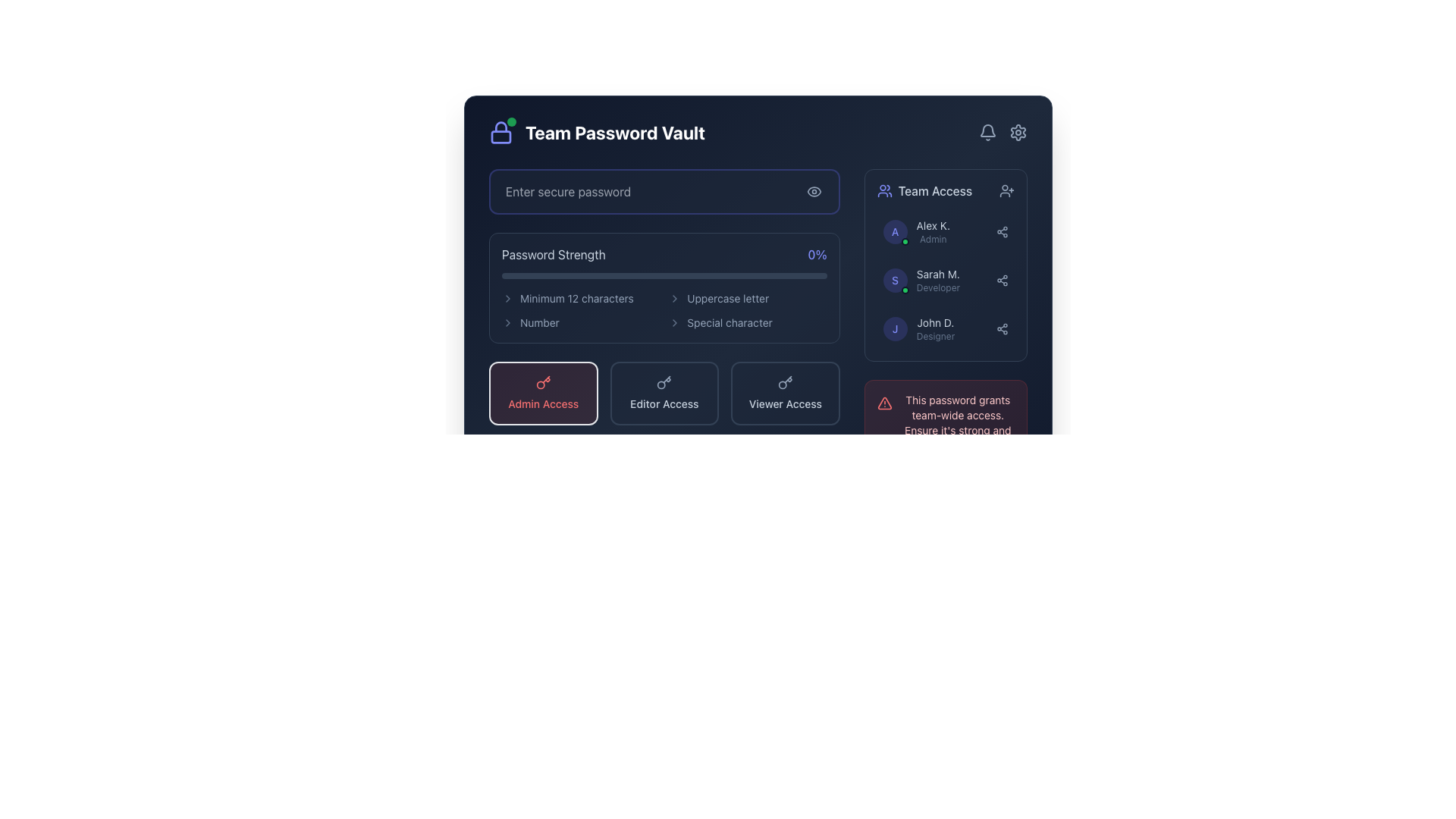 This screenshot has width=1456, height=819. What do you see at coordinates (674, 322) in the screenshot?
I see `the decorative icon that visually indicates hierarchy within the 'Password Strength' section, located to the right of the 'Special character' label` at bounding box center [674, 322].